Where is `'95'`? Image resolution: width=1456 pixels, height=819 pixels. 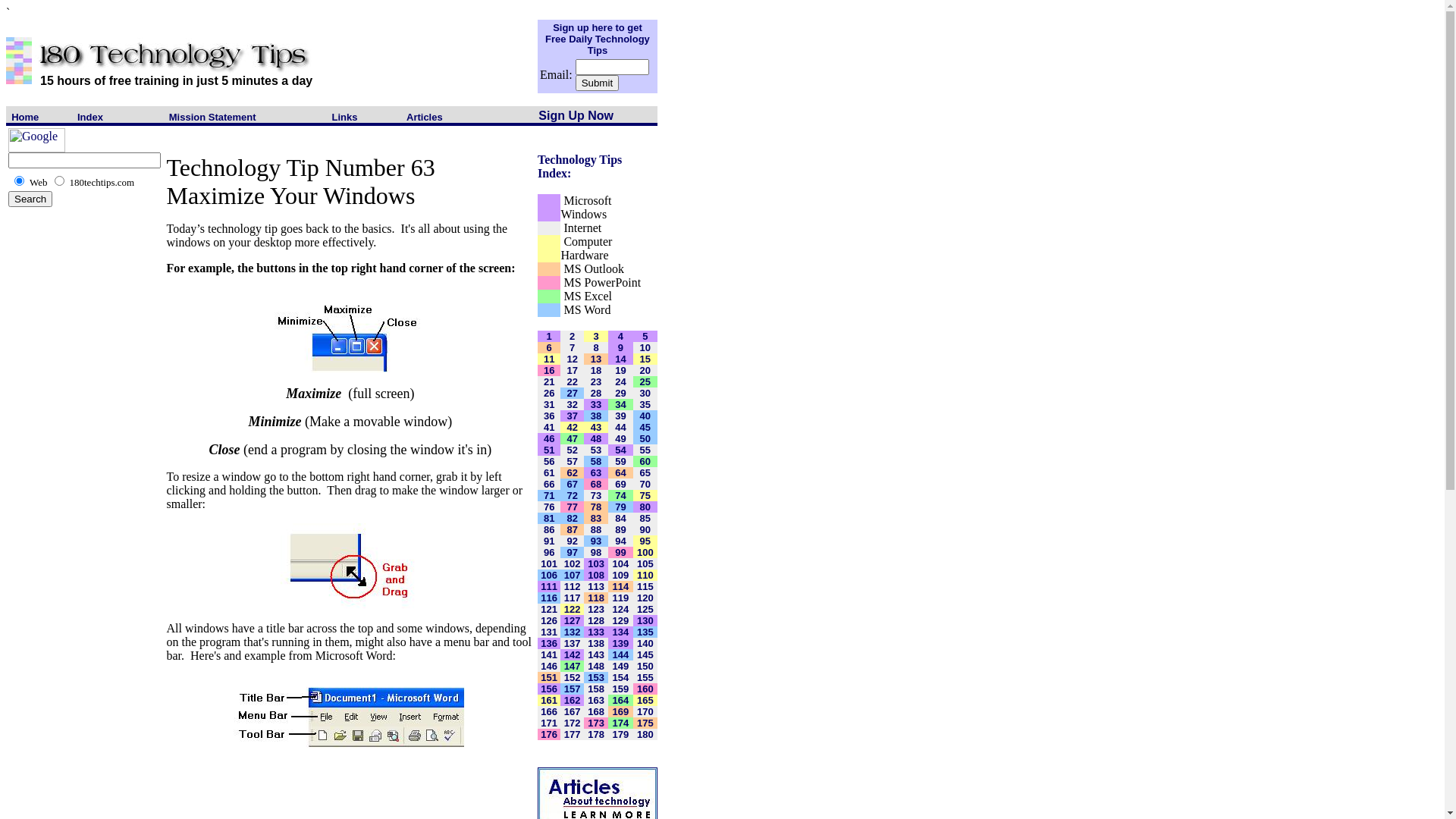
'95' is located at coordinates (645, 539).